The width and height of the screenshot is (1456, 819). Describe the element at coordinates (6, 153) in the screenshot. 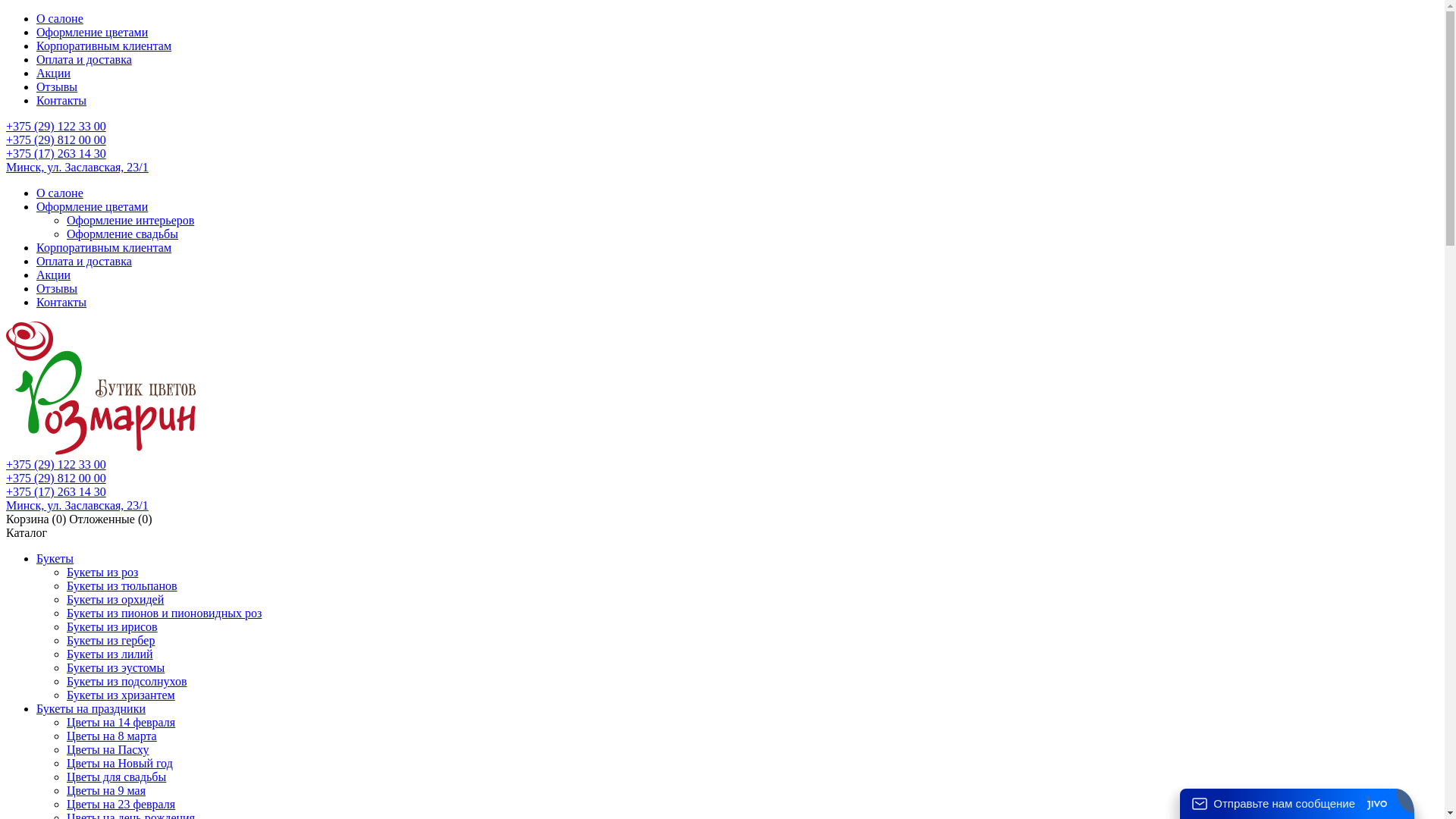

I see `'+375 (17) 263 14 30'` at that location.